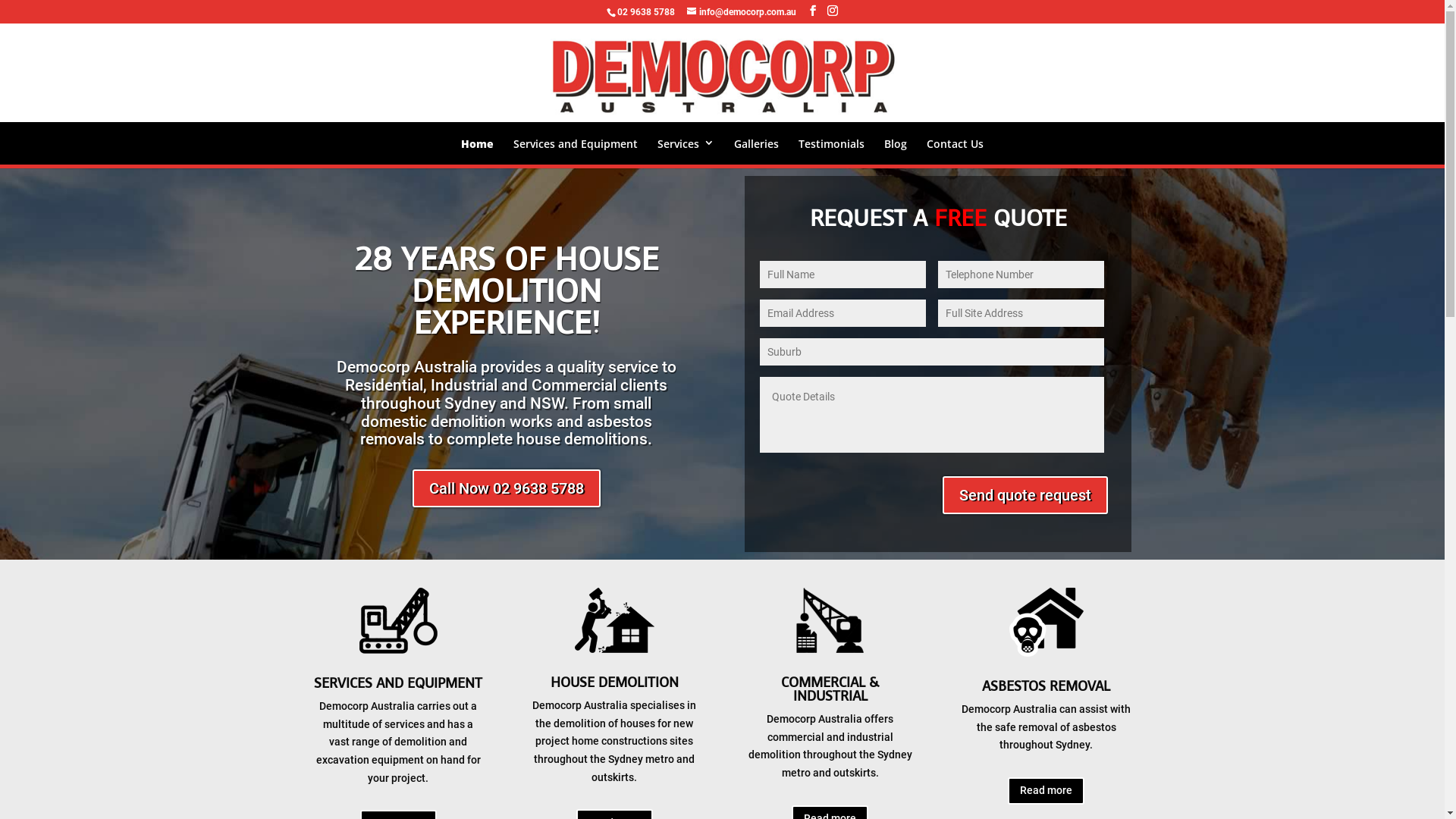  I want to click on 'Read more', so click(1045, 789).